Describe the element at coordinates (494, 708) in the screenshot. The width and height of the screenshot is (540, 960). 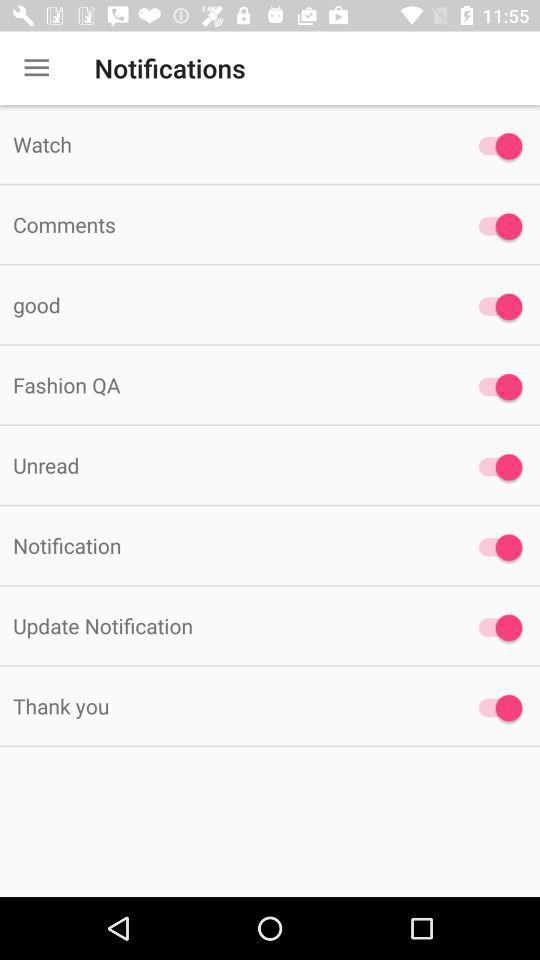
I see `ativar/desativar esta funo` at that location.